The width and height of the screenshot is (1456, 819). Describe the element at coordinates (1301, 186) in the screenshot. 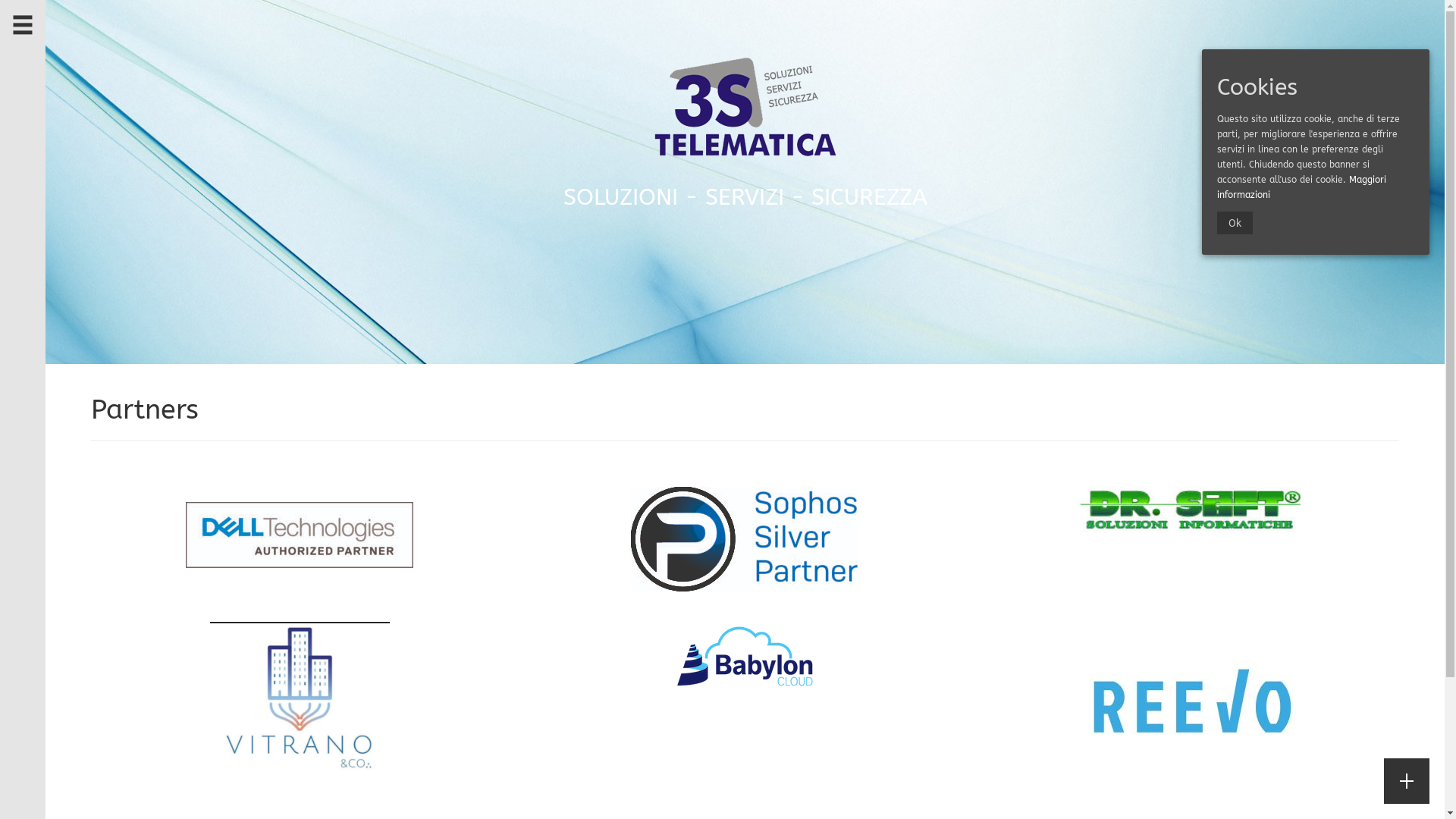

I see `'Maggiori informazioni'` at that location.